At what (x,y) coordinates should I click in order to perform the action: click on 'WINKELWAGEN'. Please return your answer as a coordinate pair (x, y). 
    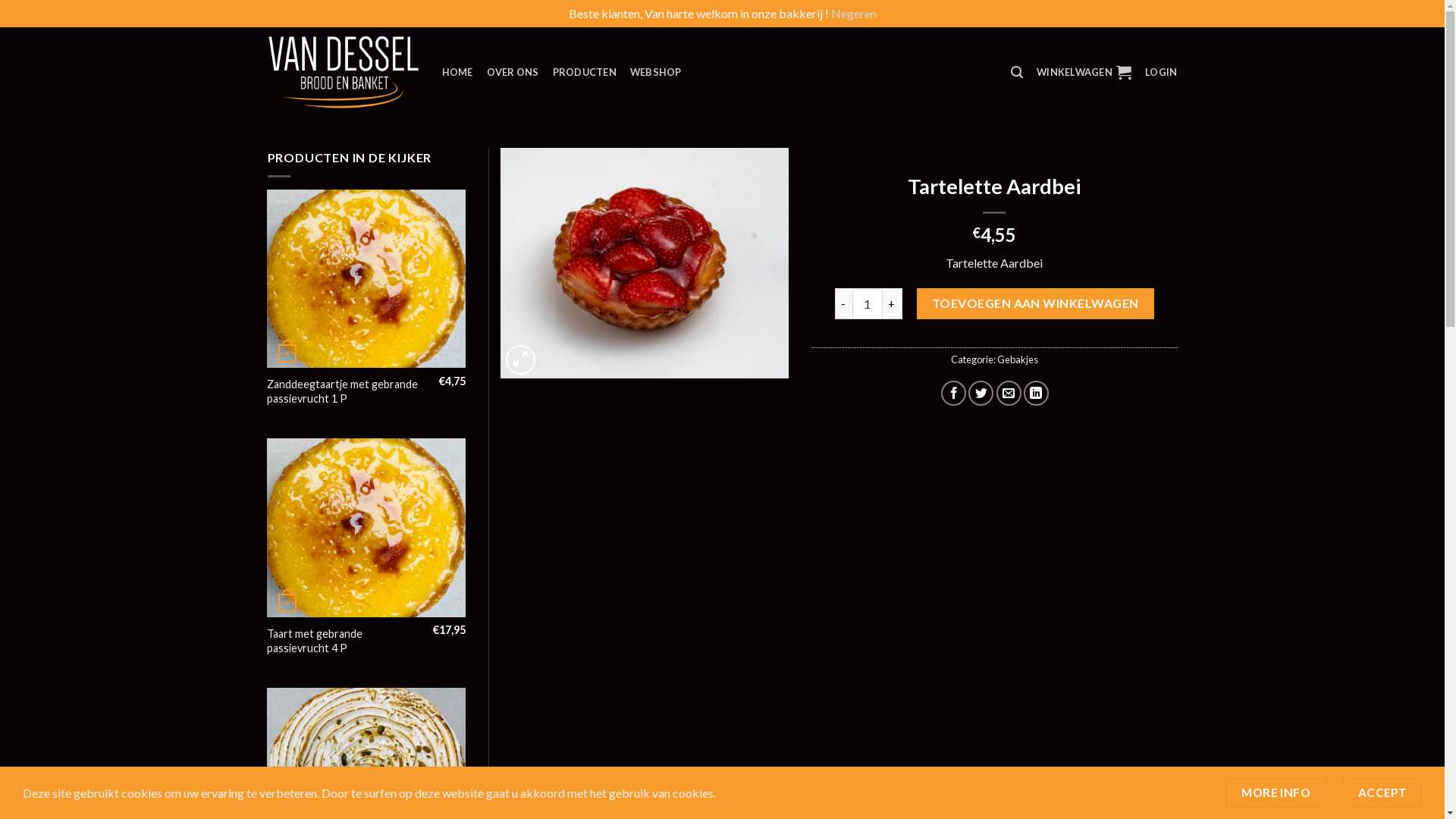
    Looking at the image, I should click on (1083, 72).